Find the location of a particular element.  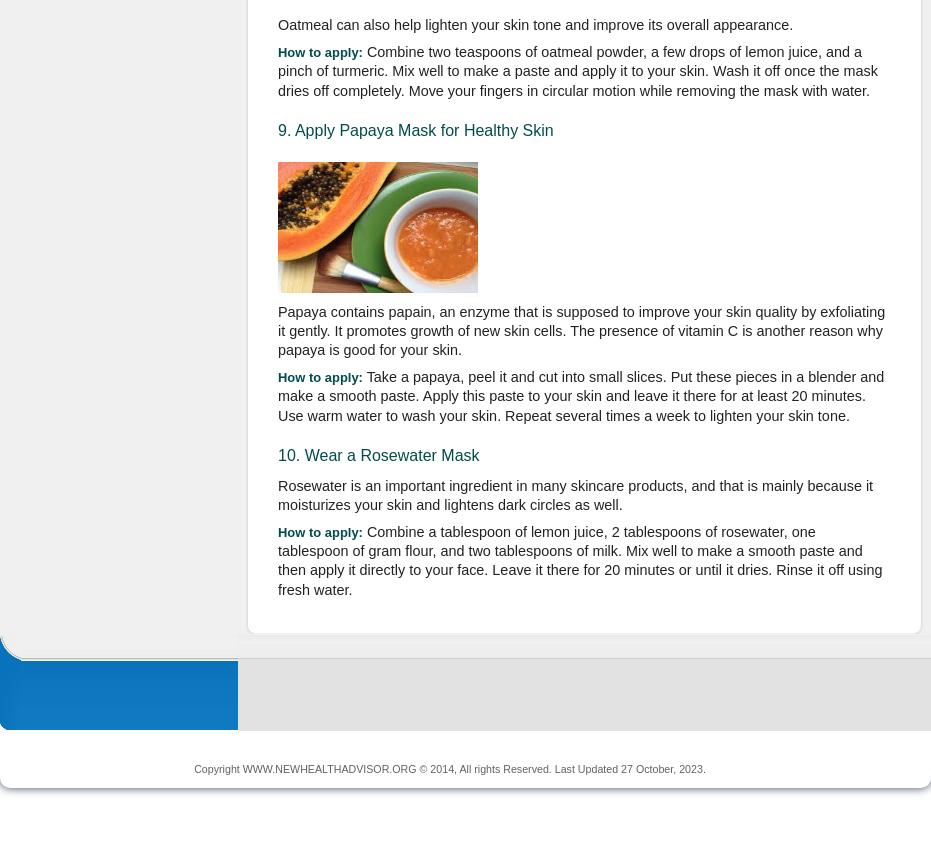

'Combine a tablespoon of lemon juice, 2 tablespoons of rosewater, one tablespoon of gram flour, and two tablespoons of milk. Mix well to make a smooth paste and then apply it directly to your face. Leave it there for 20 minutes or until it dries. Rinse it off using fresh water.' is located at coordinates (276, 558).